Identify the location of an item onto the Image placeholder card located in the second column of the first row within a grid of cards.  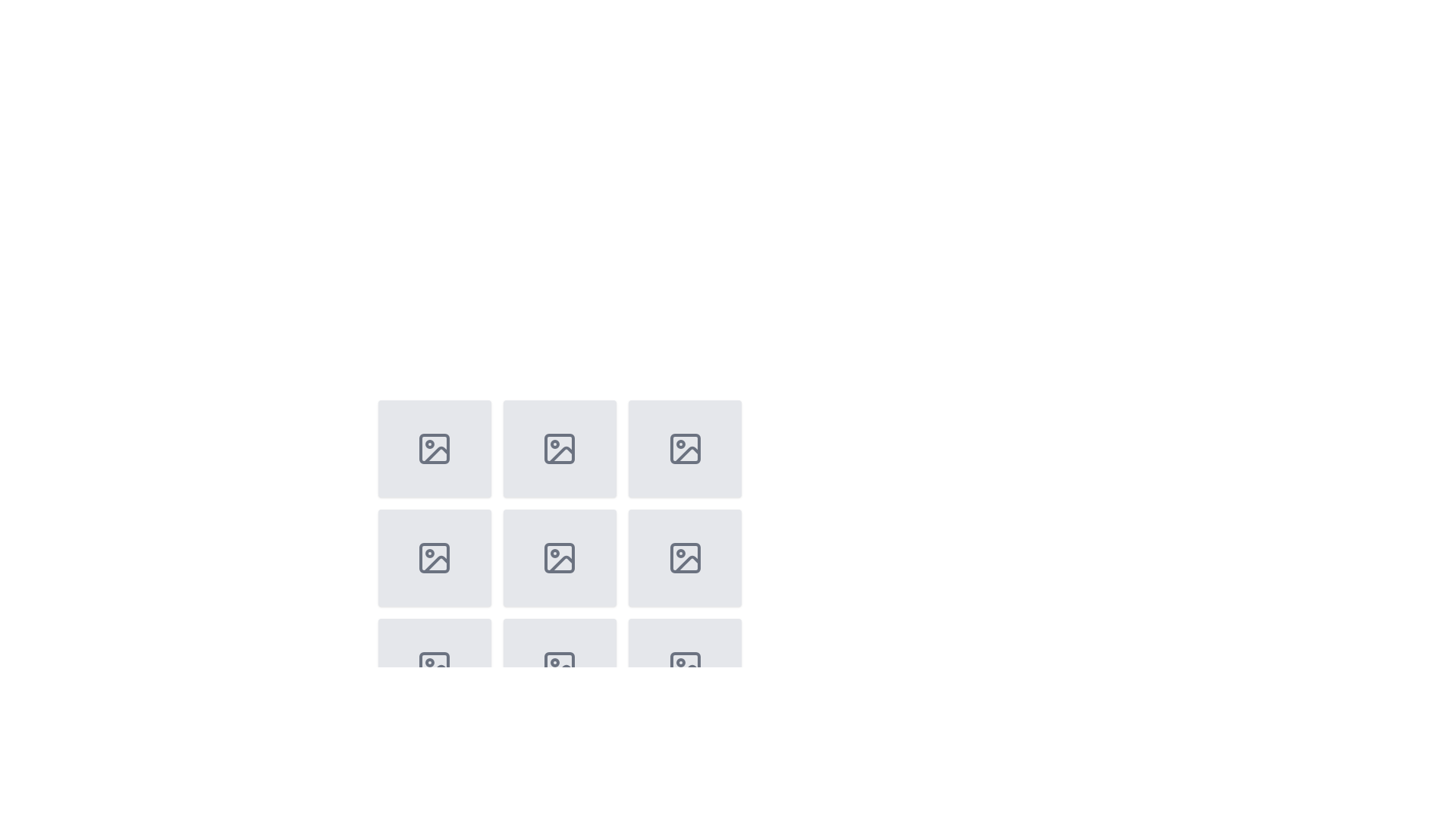
(559, 447).